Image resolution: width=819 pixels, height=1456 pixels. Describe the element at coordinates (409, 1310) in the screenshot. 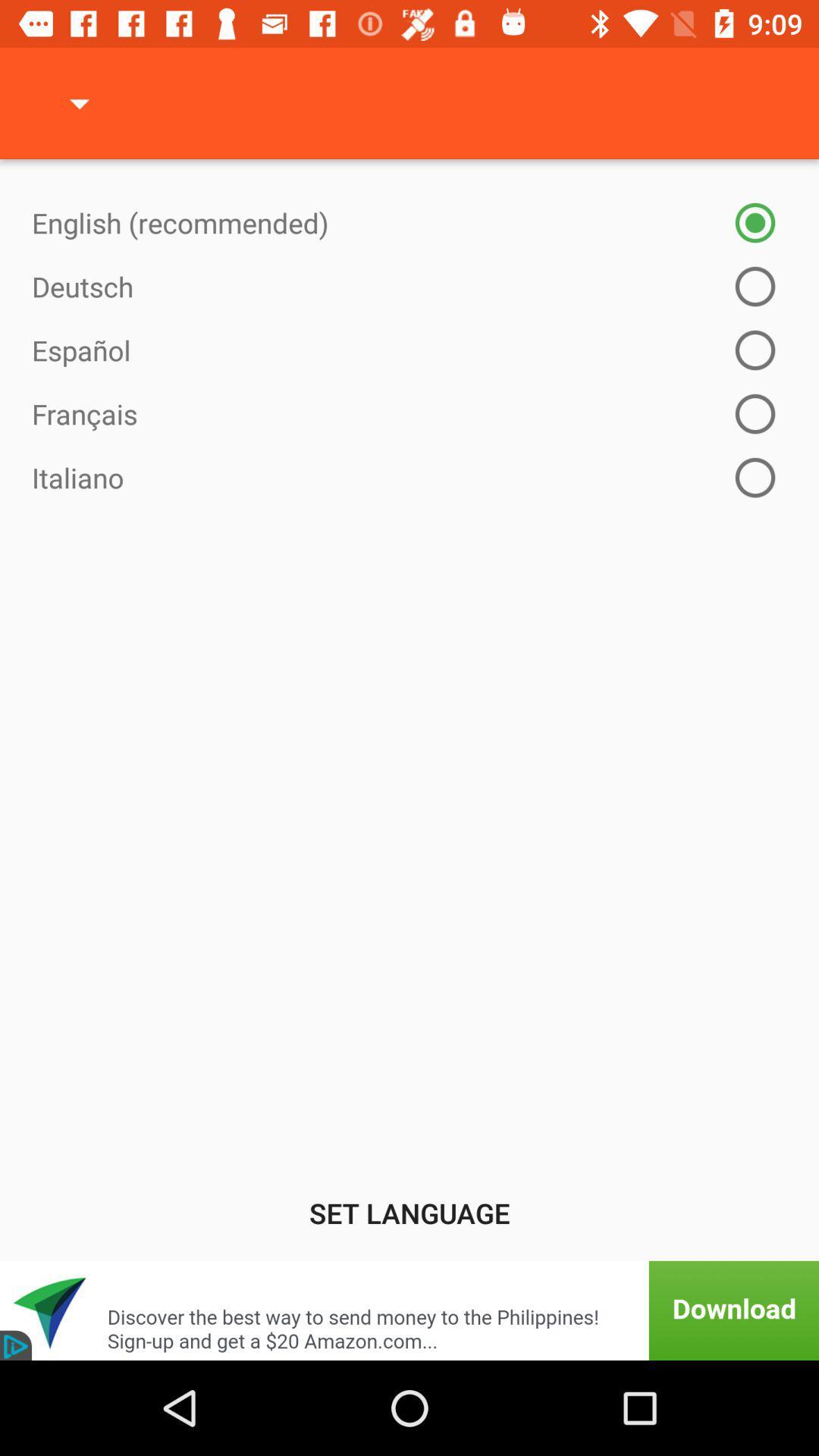

I see `download advertisement` at that location.